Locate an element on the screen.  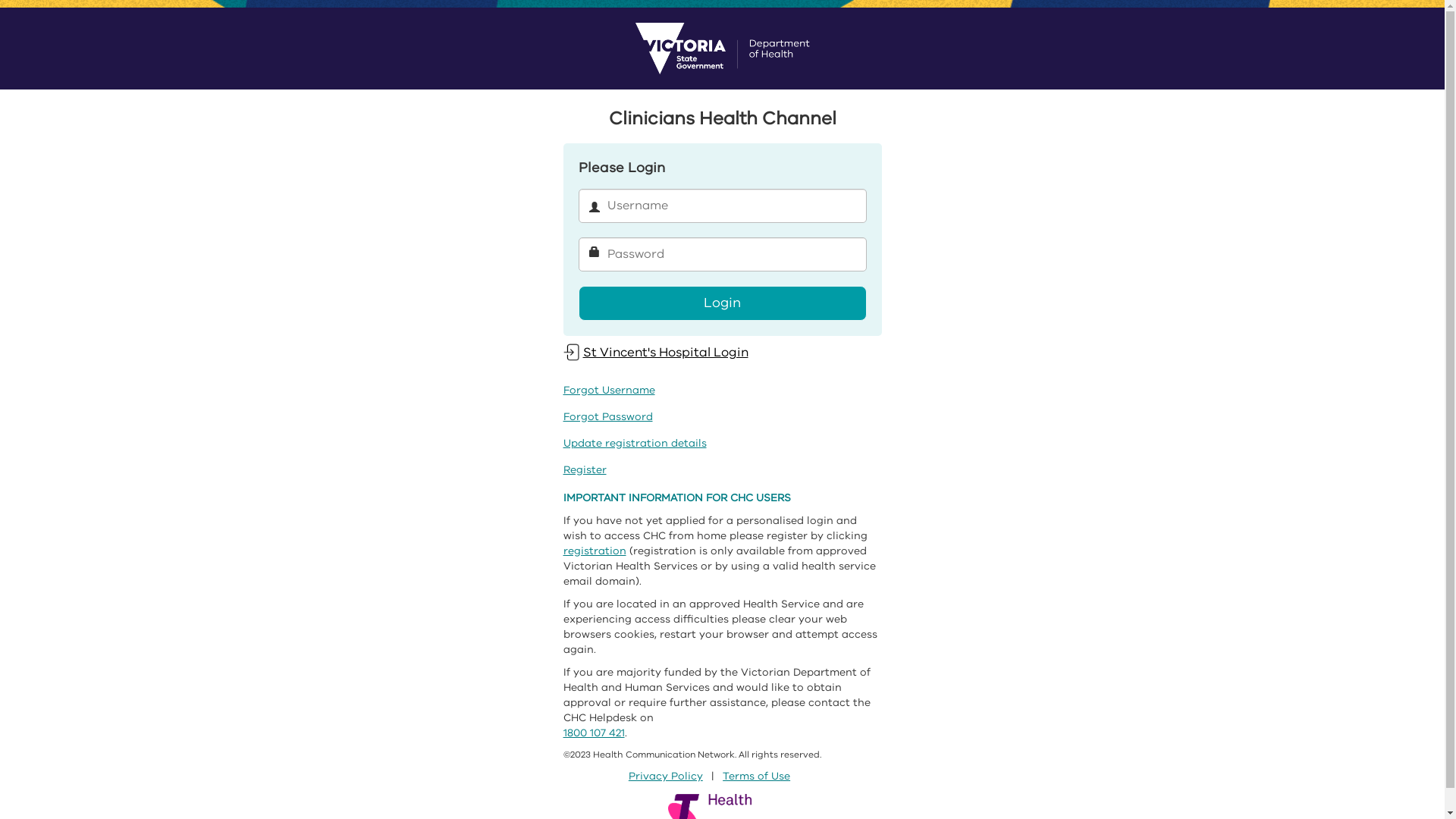
'Login' is located at coordinates (720, 303).